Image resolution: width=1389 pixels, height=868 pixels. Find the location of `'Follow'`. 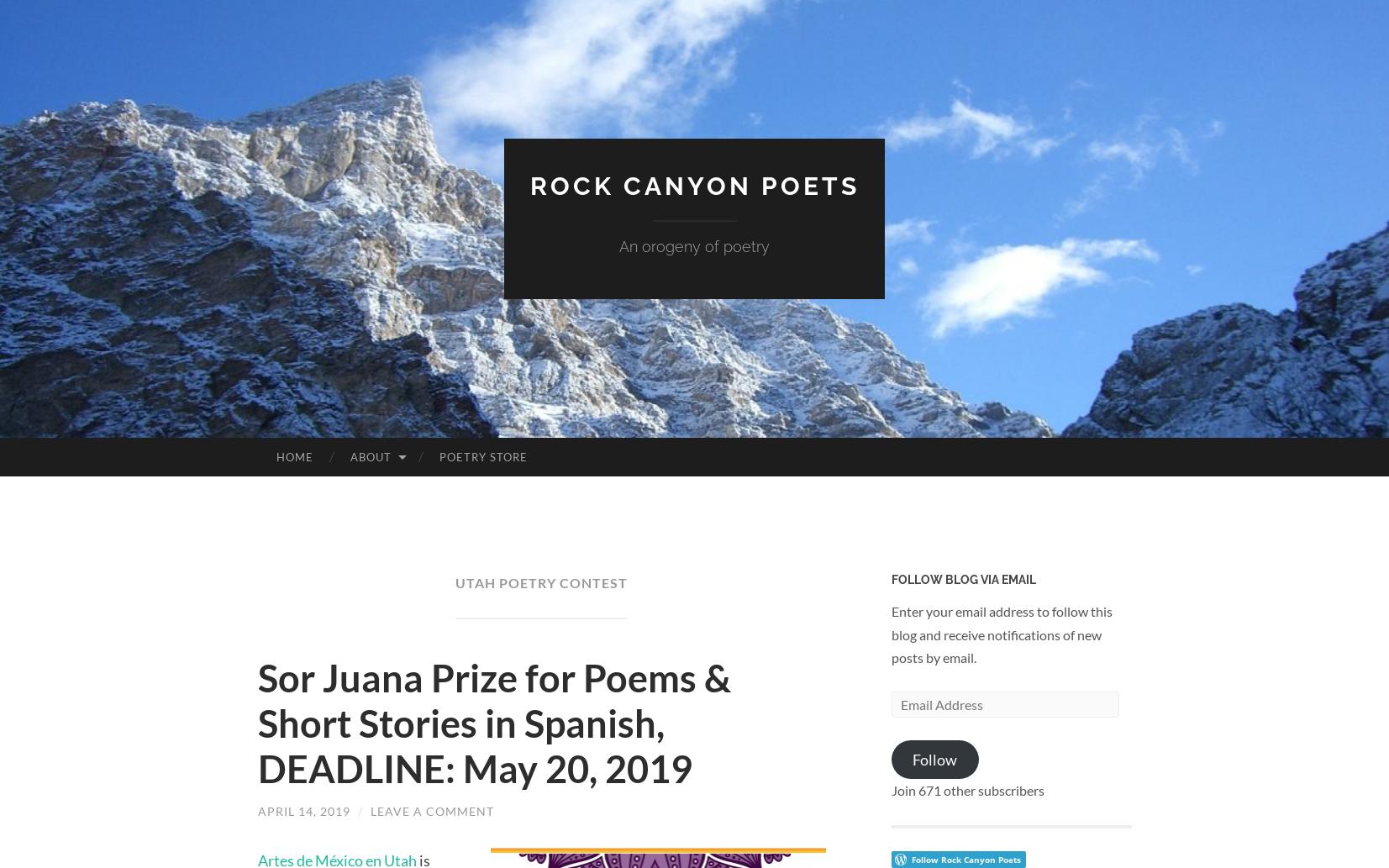

'Follow' is located at coordinates (913, 758).